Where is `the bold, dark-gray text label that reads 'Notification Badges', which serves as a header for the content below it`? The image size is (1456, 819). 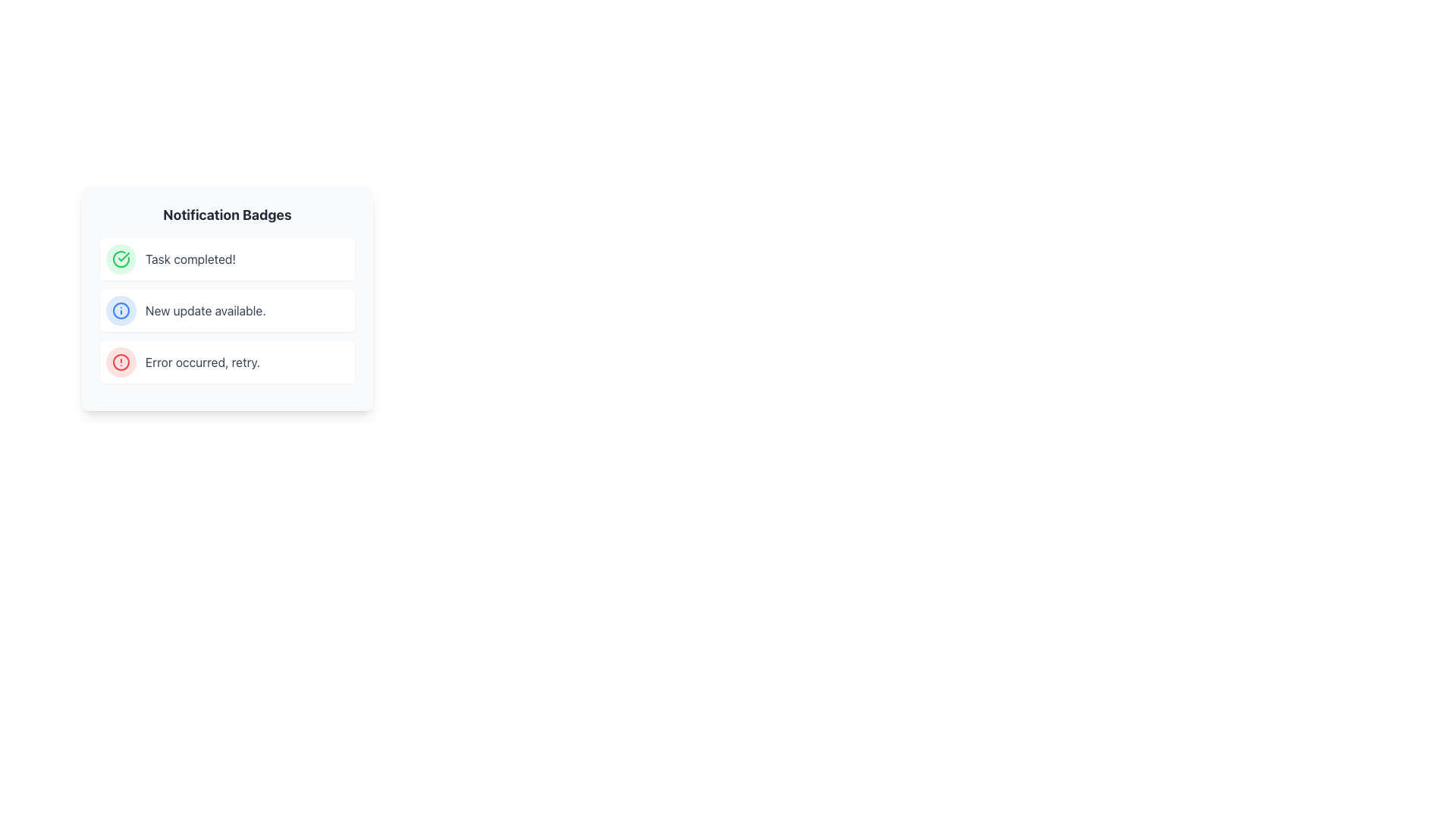 the bold, dark-gray text label that reads 'Notification Badges', which serves as a header for the content below it is located at coordinates (226, 215).